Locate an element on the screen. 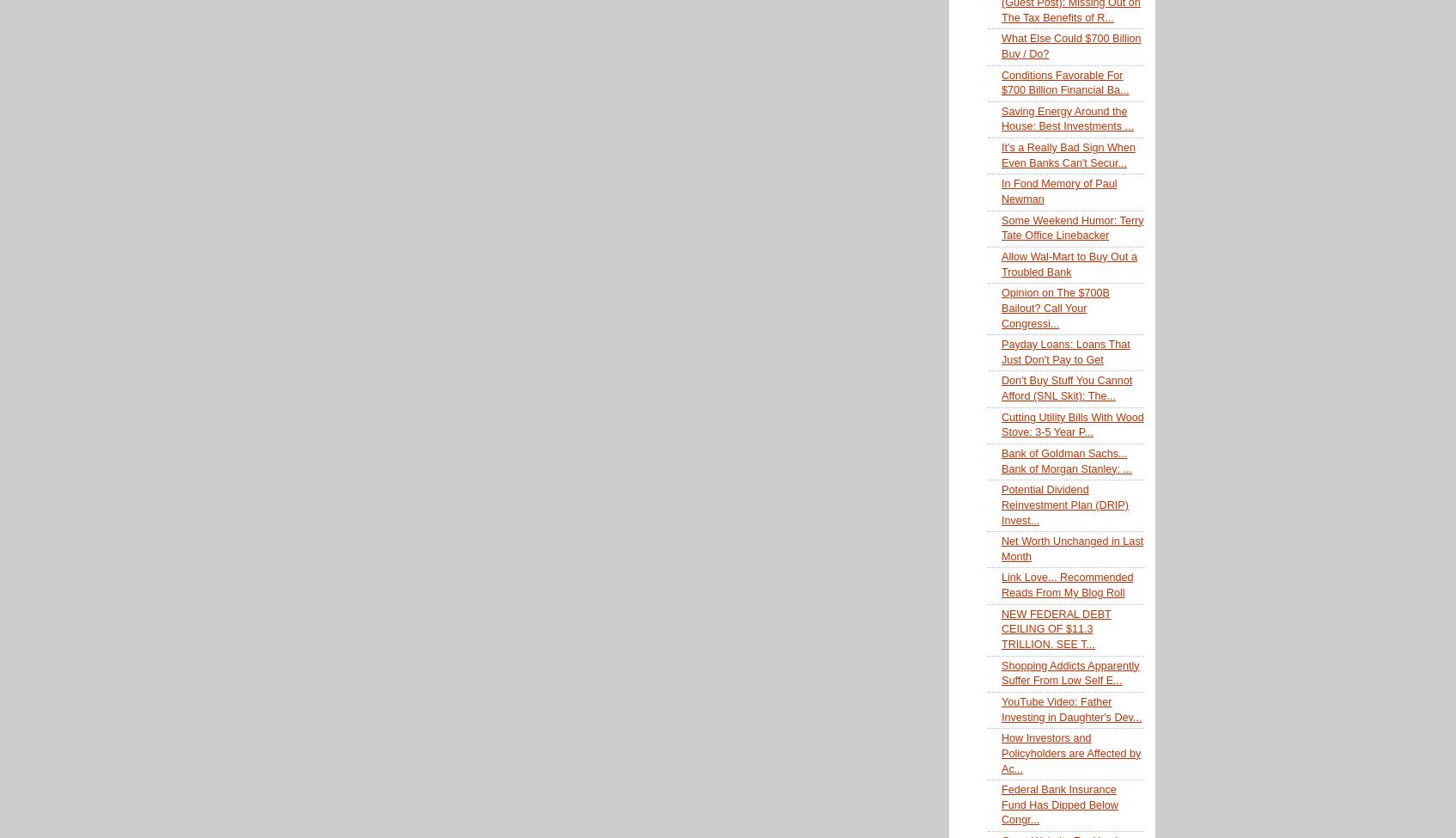 Image resolution: width=1456 pixels, height=838 pixels. 'It's a Really Bad Sign When Even Banks Can't Secur...' is located at coordinates (1067, 154).